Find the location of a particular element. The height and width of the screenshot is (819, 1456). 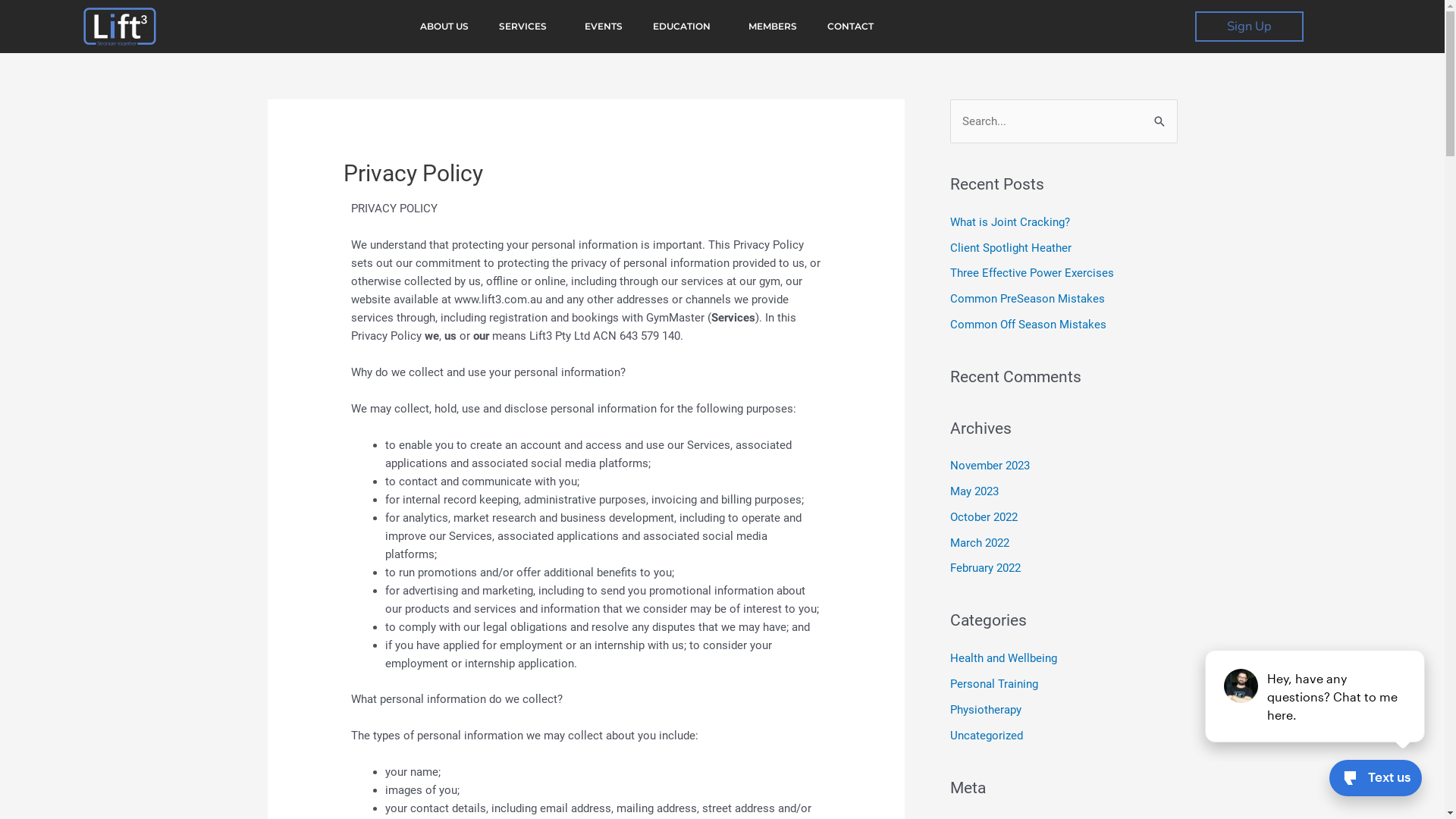

'Personal Training' is located at coordinates (949, 684).